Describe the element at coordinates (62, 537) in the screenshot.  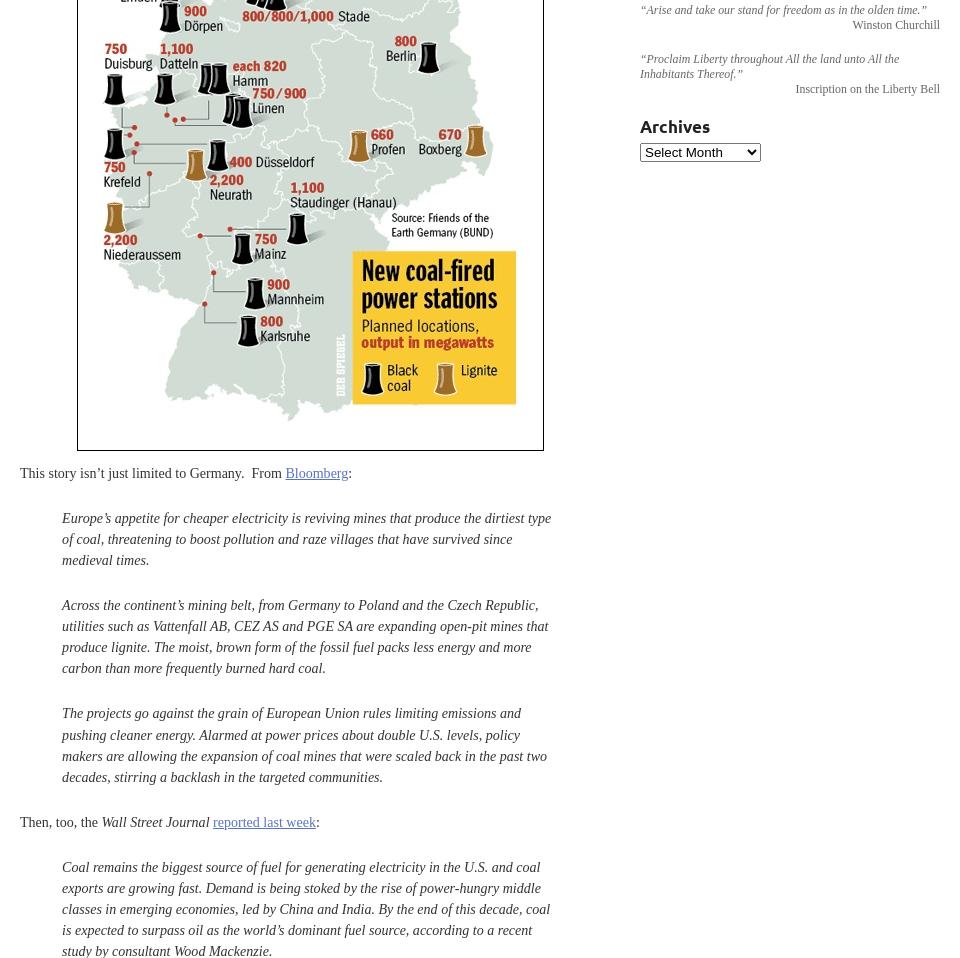
I see `'Europe’s appetite for cheaper electricity is reviving mines that produce the dirtiest type of coal, threatening to boost pollution and raze villages that have survived since medieval times.'` at that location.